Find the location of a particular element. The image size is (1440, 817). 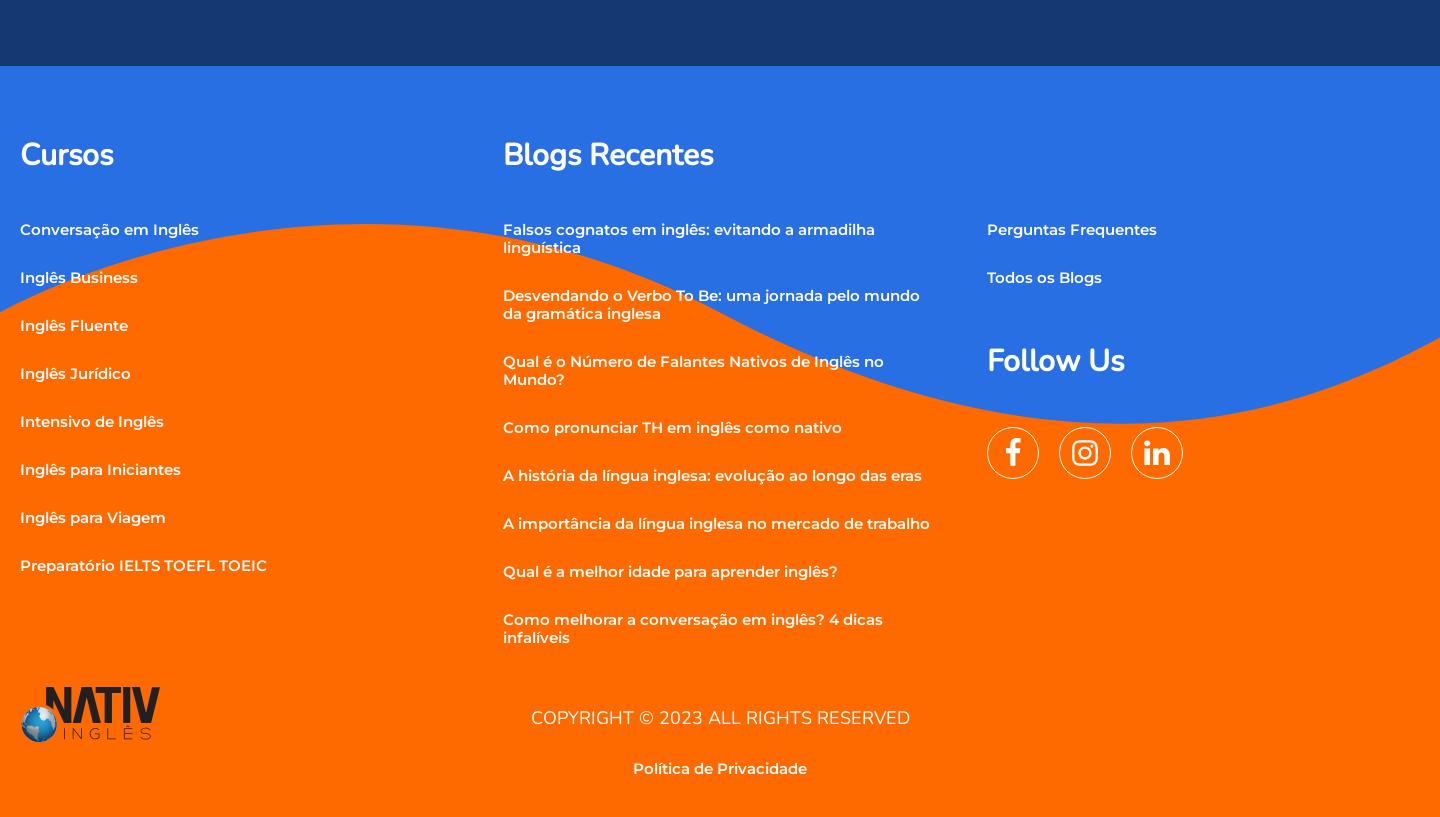

'Intensivo de Inglês' is located at coordinates (92, 420).